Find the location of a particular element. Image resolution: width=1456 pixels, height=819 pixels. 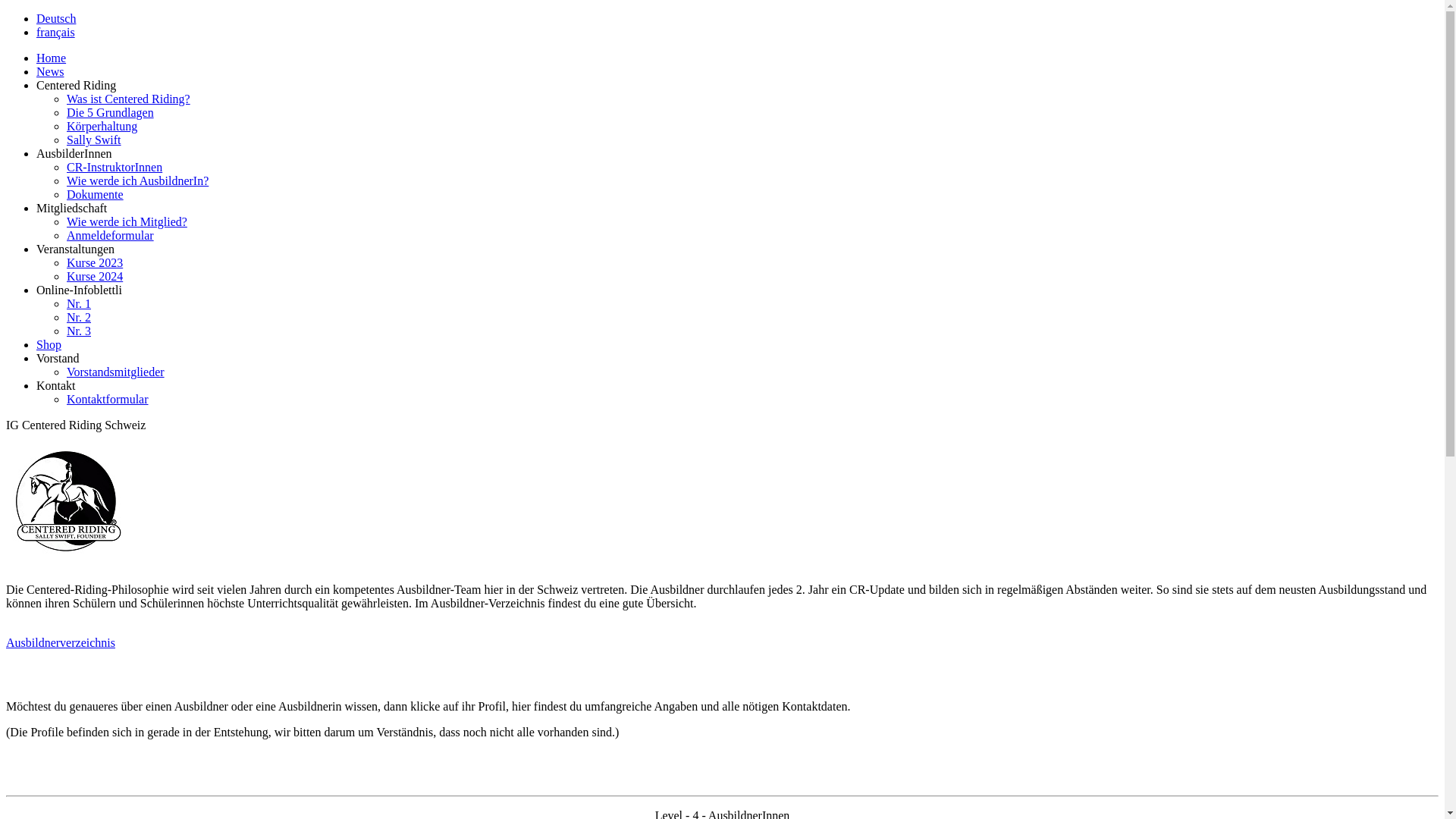

'Nr. 2' is located at coordinates (78, 316).